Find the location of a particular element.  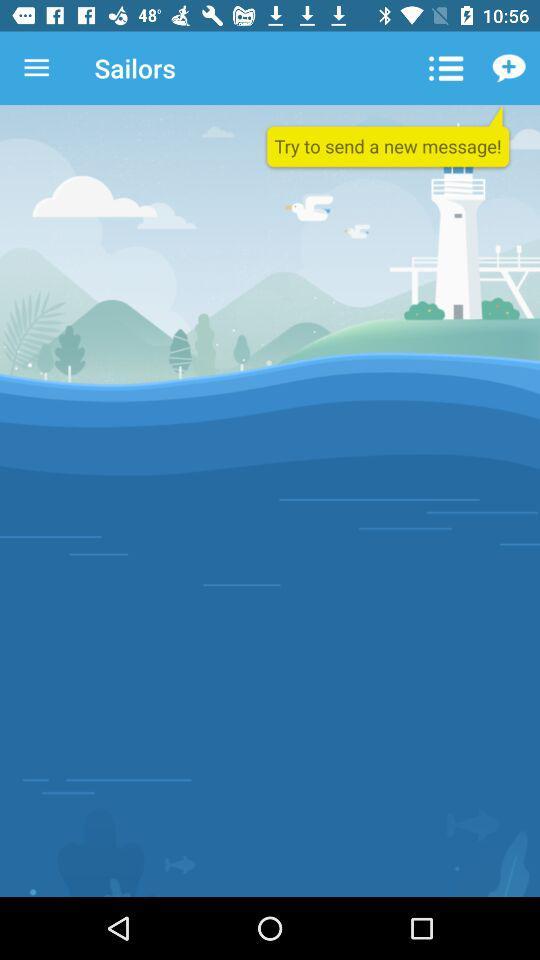

icon to the left of the sailors icon is located at coordinates (36, 68).